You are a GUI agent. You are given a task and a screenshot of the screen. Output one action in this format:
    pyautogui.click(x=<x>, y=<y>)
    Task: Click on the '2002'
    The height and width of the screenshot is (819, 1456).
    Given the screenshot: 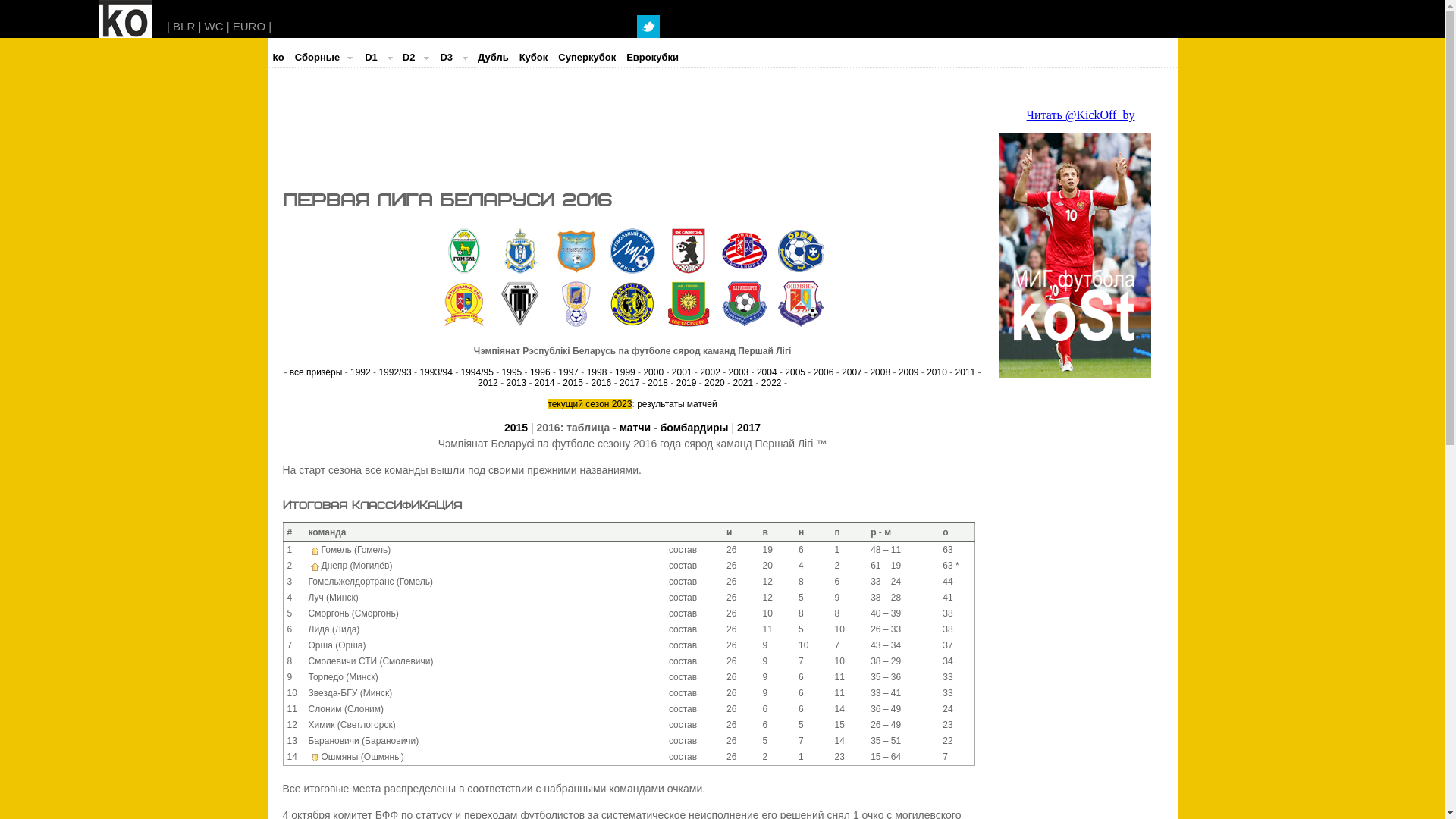 What is the action you would take?
    pyautogui.click(x=709, y=372)
    